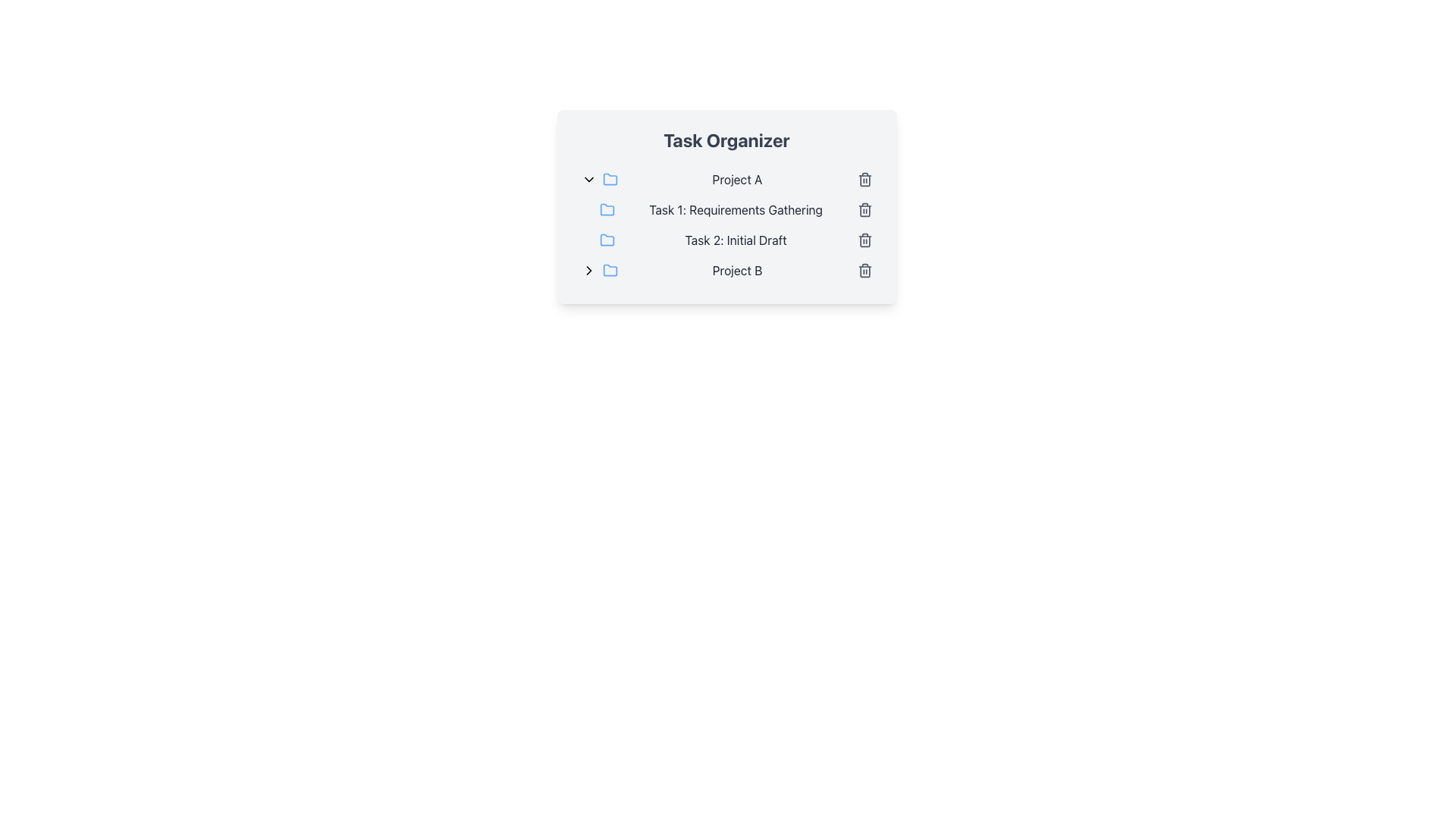 The width and height of the screenshot is (1456, 819). Describe the element at coordinates (737, 270) in the screenshot. I see `the text label 'Project B' which is styled in dark gray and positioned in the list under 'Task Organizer', located next to a blue folder icon and a trash icon` at that location.